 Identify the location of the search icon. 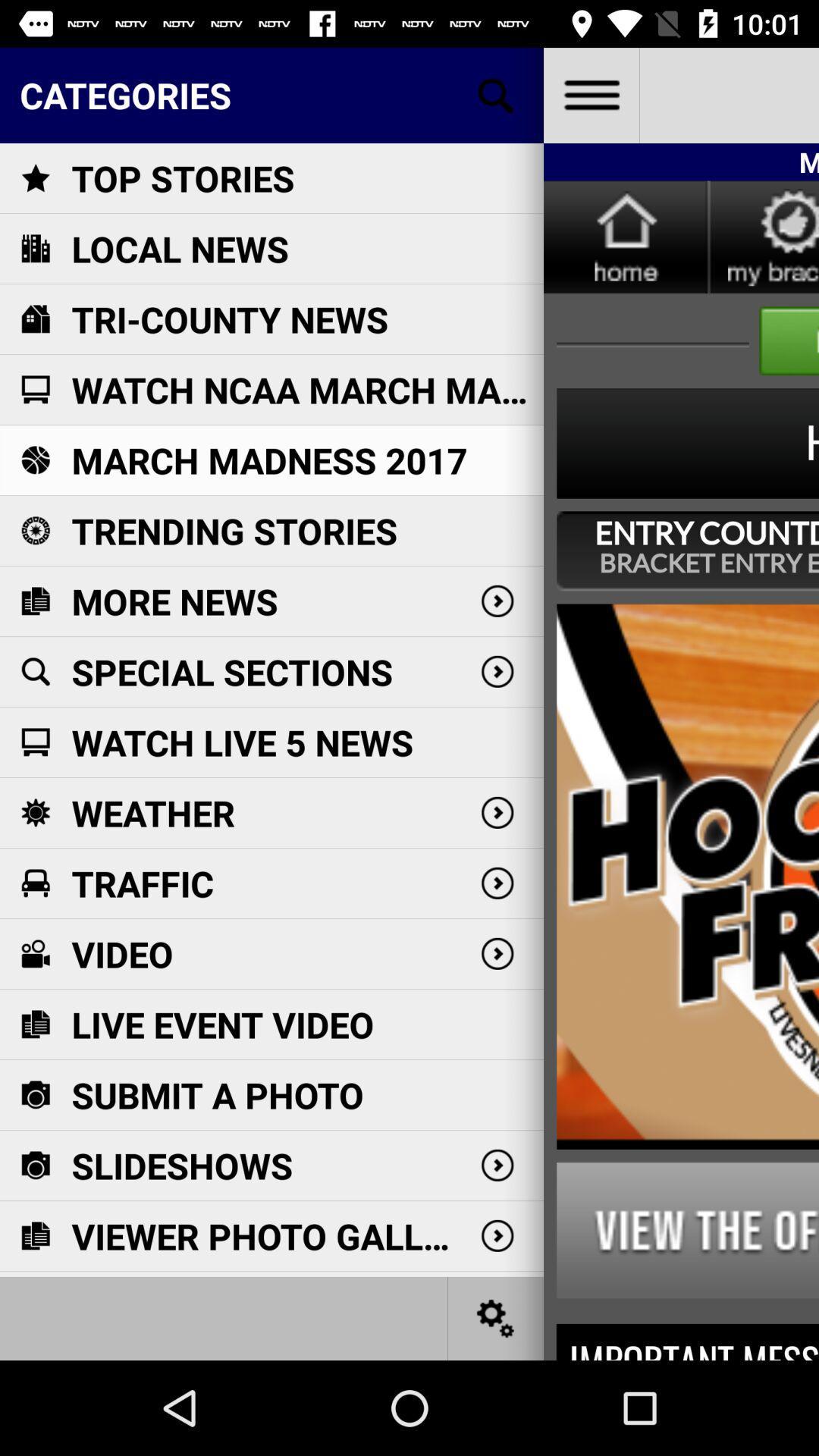
(496, 94).